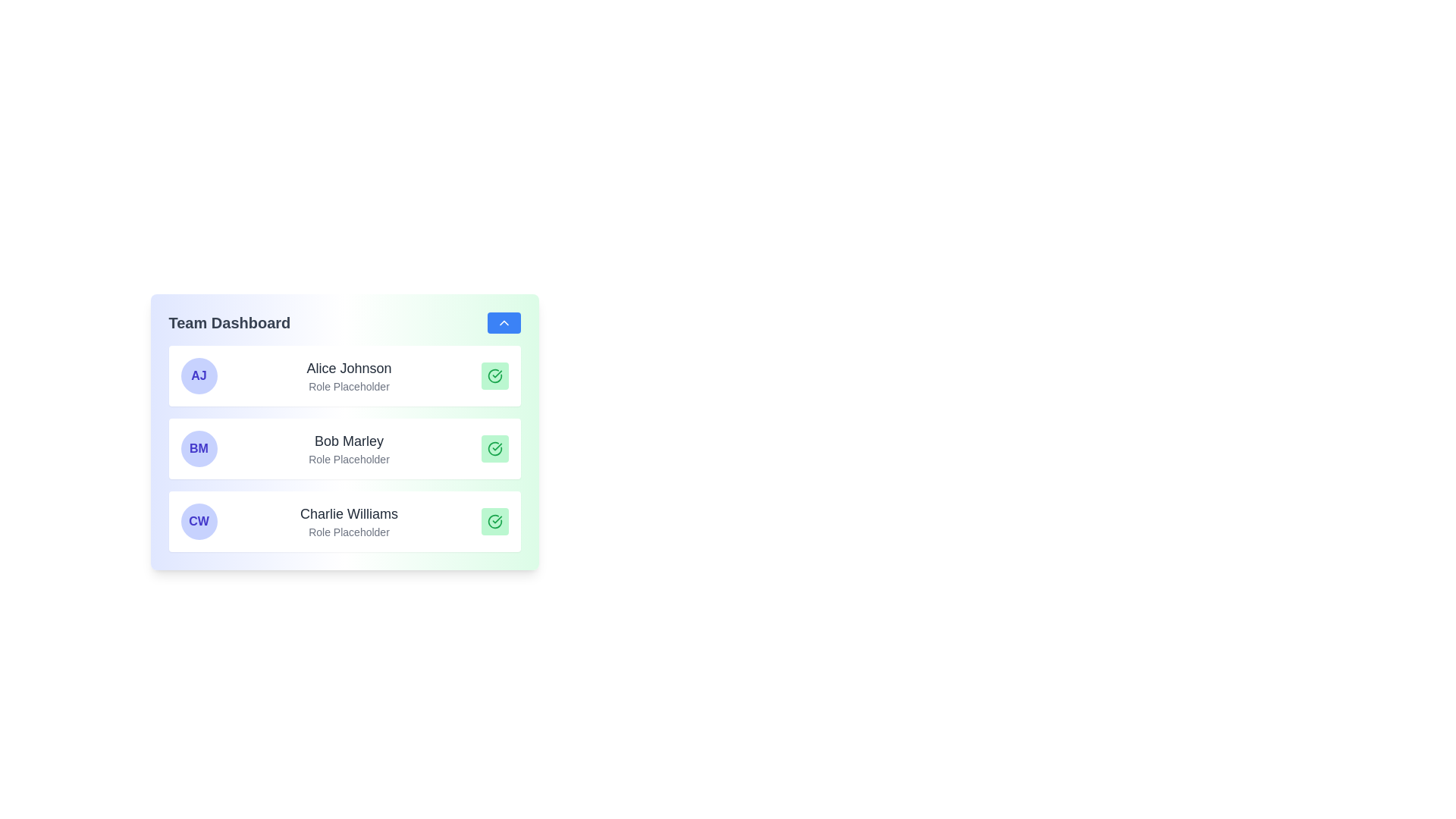 The width and height of the screenshot is (1456, 819). Describe the element at coordinates (348, 513) in the screenshot. I see `the text label displaying 'Charlie Williams' in the team member list` at that location.